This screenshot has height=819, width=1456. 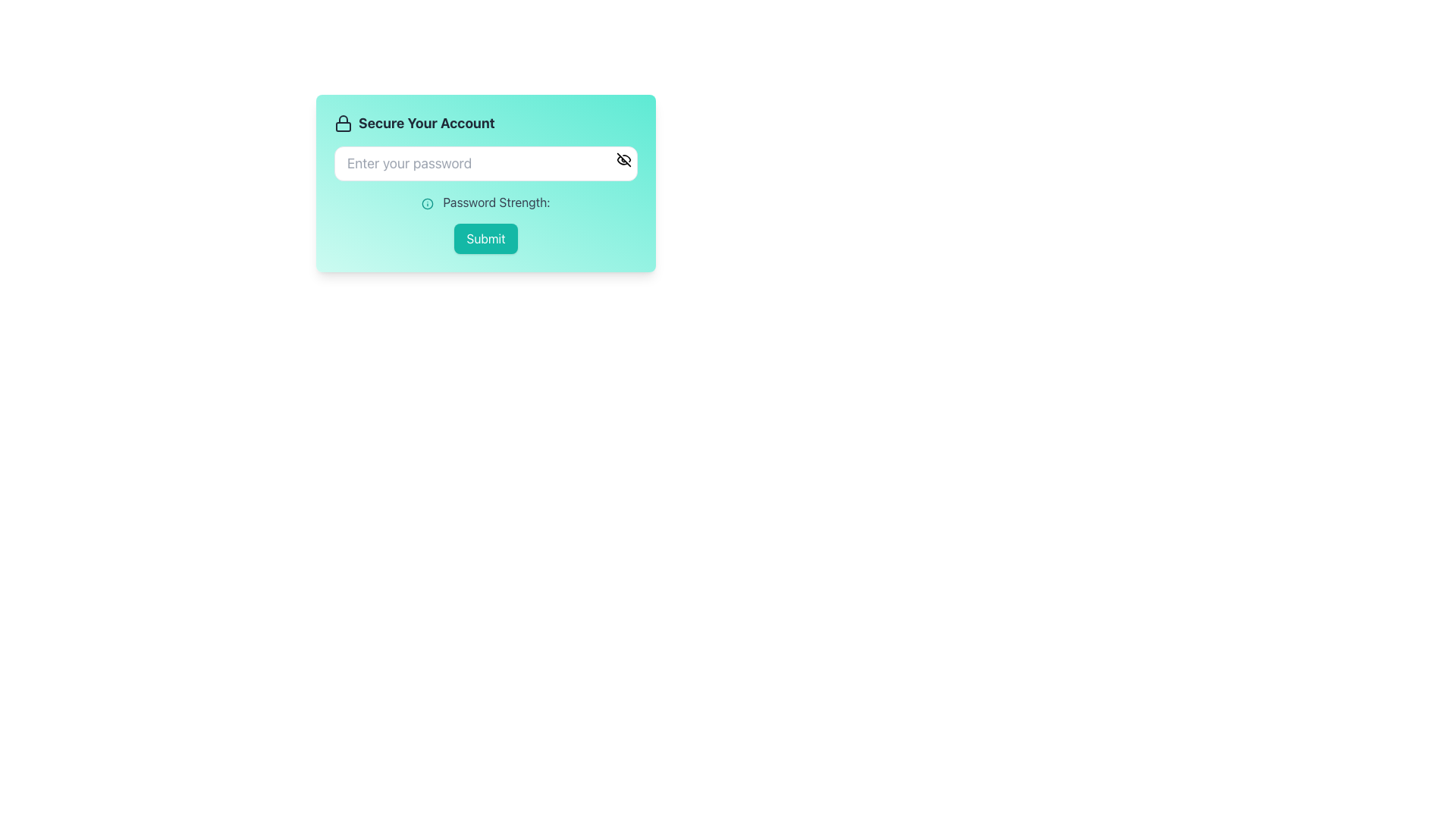 What do you see at coordinates (486, 201) in the screenshot?
I see `text 'Password Strength:' from the label with an accompanying icon, which is styled in gray and located below the password input field on a light teal background` at bounding box center [486, 201].